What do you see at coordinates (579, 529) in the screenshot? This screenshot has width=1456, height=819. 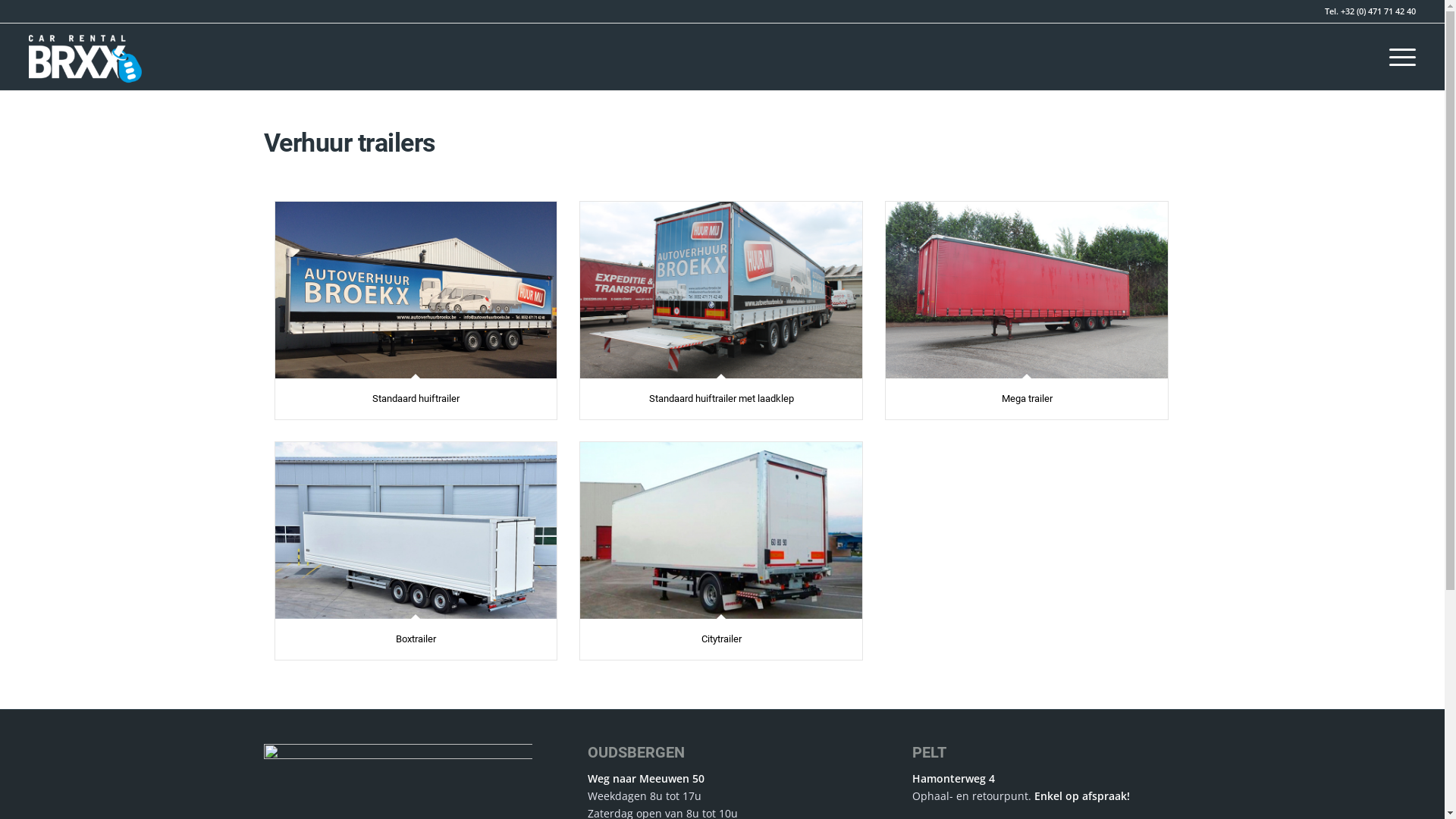 I see `'Citytrailer'` at bounding box center [579, 529].